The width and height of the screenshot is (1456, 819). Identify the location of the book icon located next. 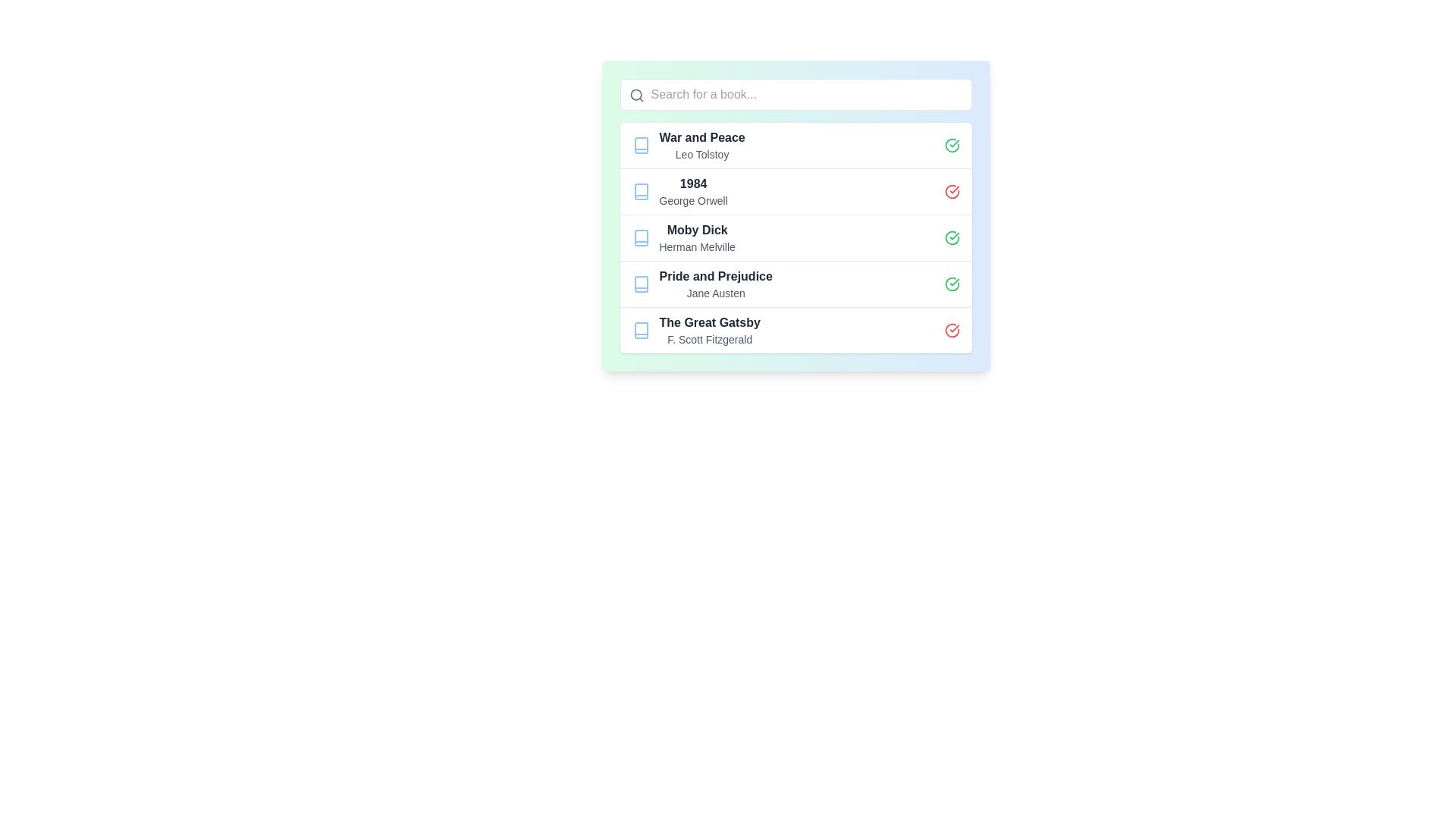
(641, 146).